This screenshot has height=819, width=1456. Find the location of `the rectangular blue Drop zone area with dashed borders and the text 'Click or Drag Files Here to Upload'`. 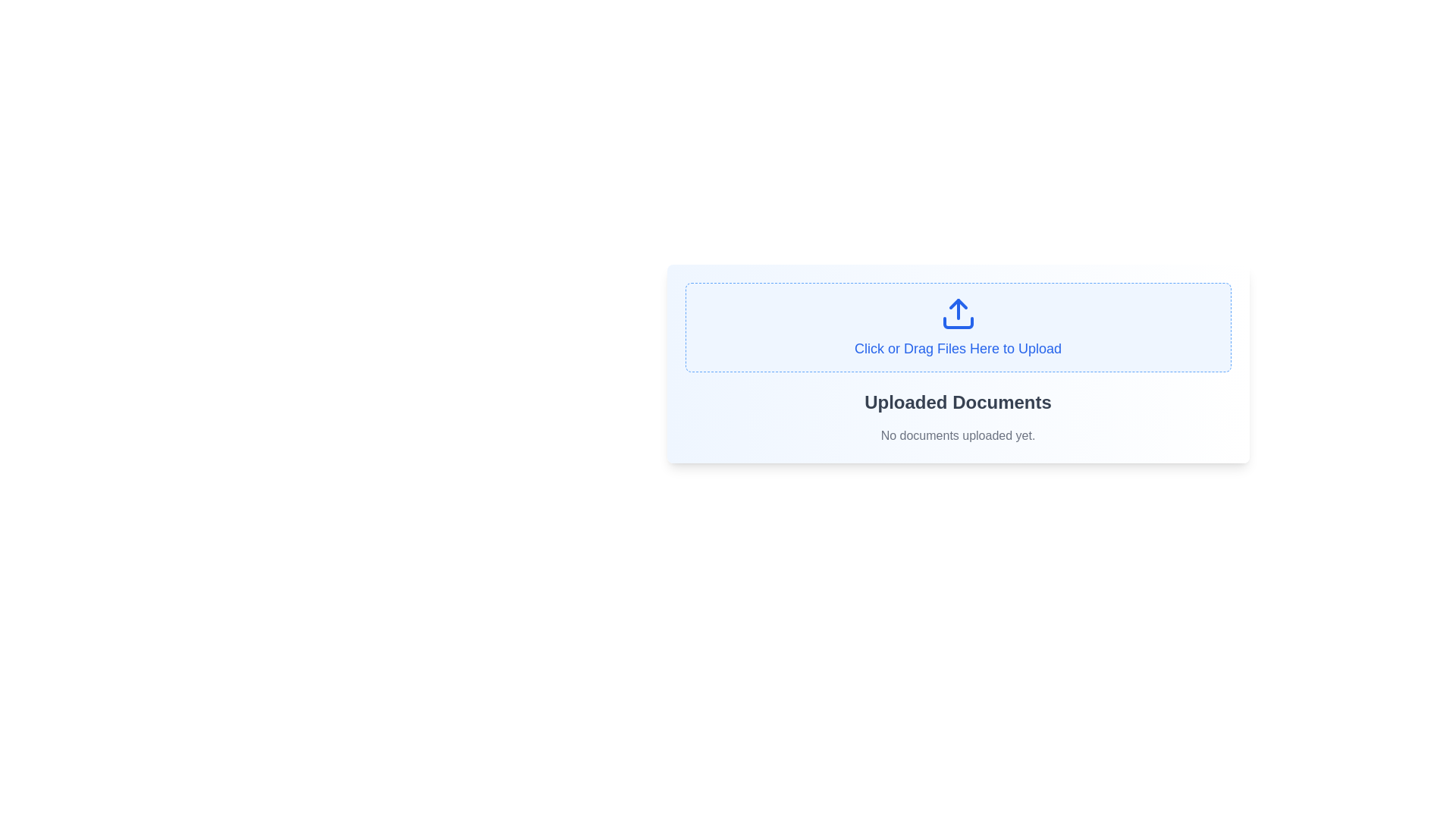

the rectangular blue Drop zone area with dashed borders and the text 'Click or Drag Files Here to Upload' is located at coordinates (957, 327).